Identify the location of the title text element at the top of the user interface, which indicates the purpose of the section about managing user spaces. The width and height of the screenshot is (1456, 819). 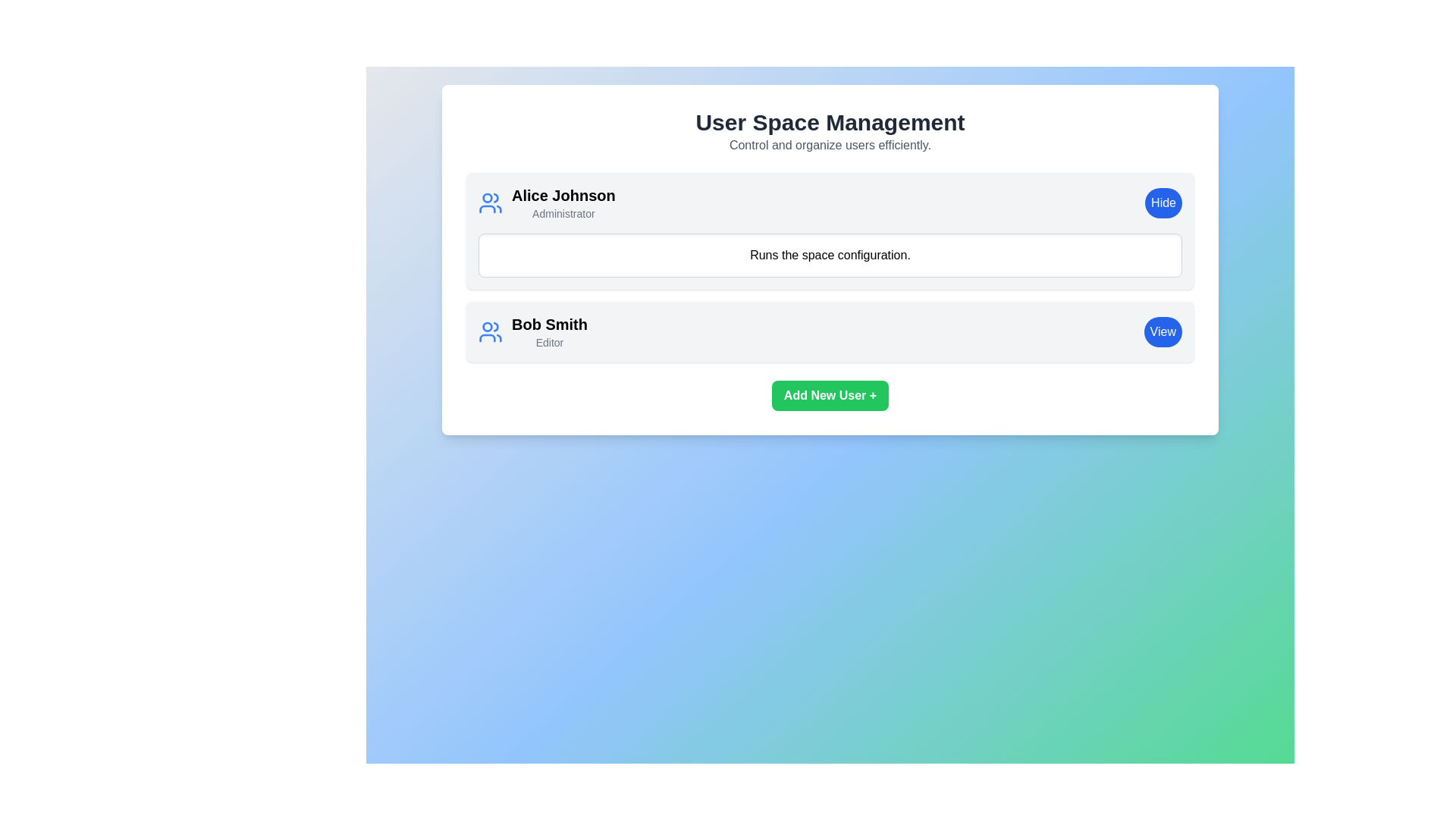
(829, 122).